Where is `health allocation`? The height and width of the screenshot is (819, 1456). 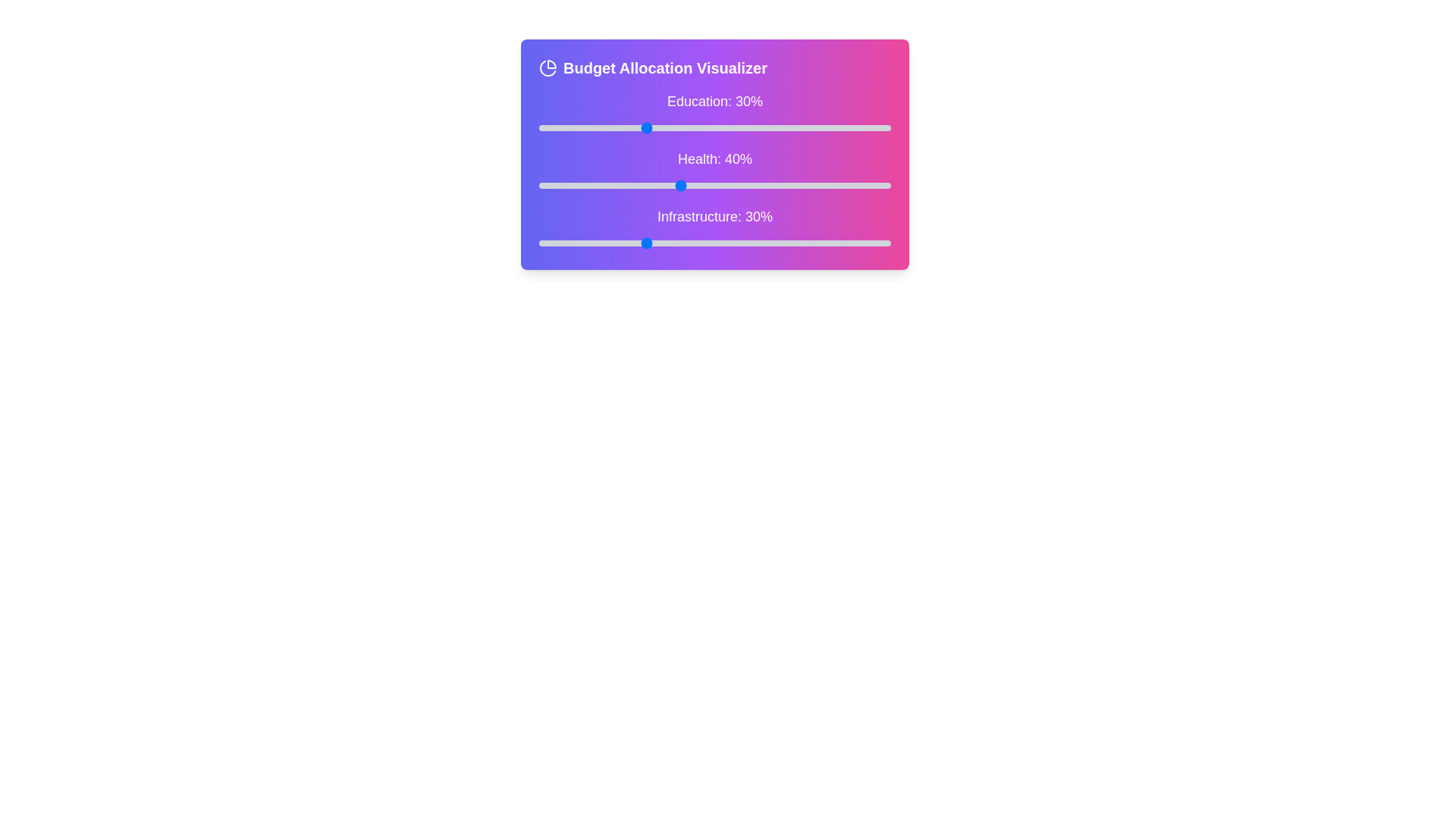
health allocation is located at coordinates (696, 185).